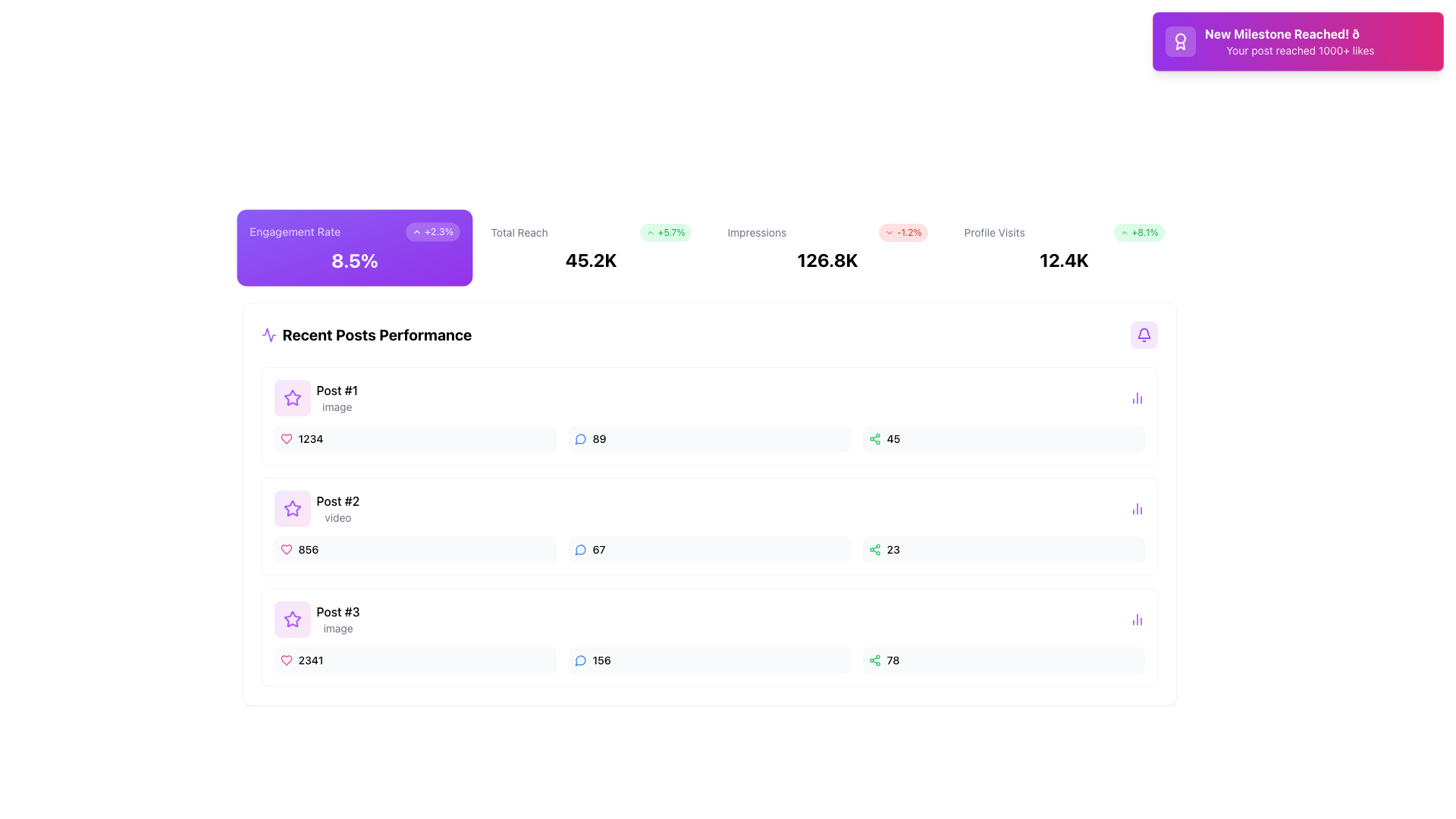  I want to click on the text block displaying 'Post #1' which provides information about an image post, so click(336, 397).